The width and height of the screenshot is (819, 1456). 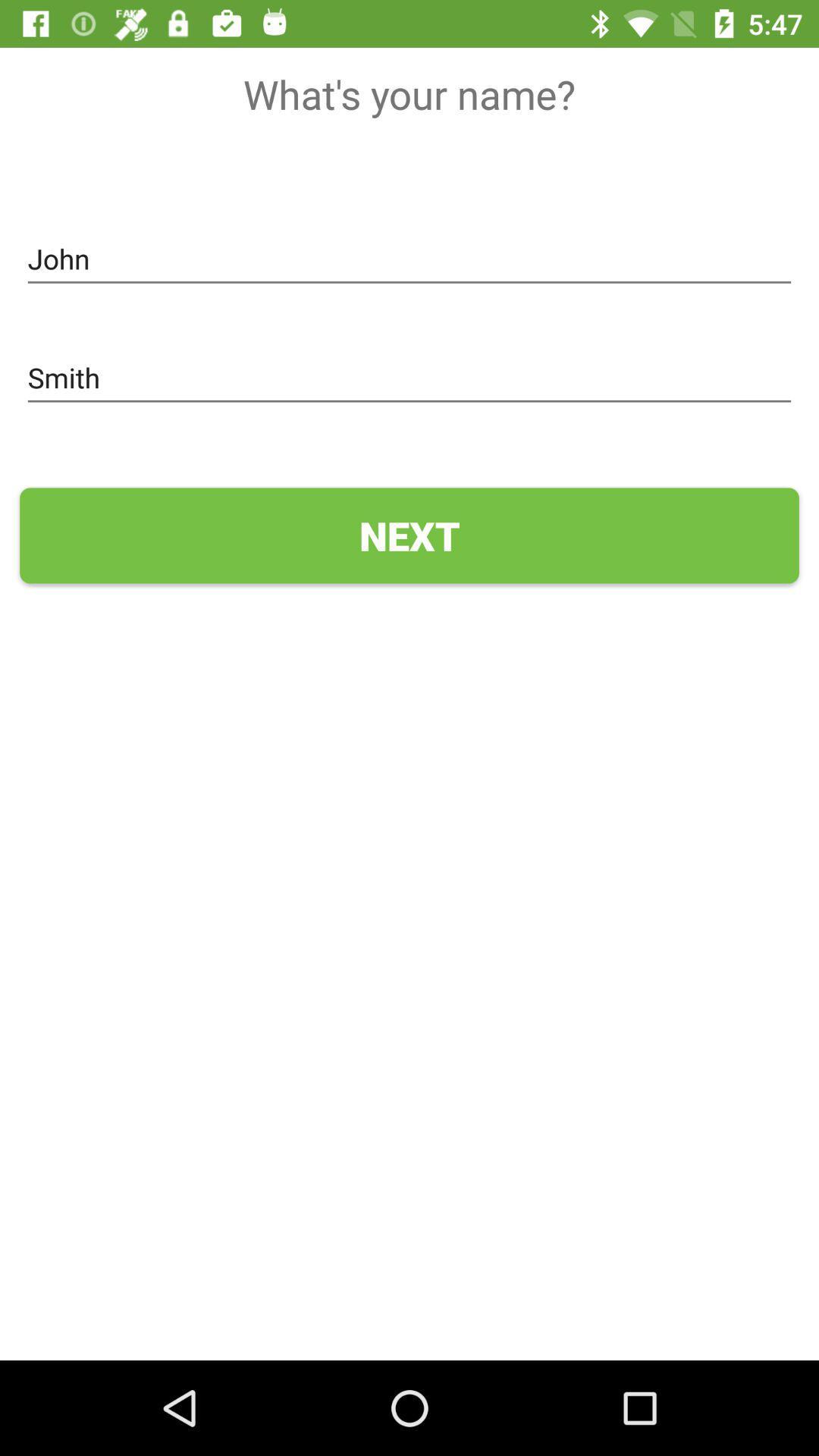 What do you see at coordinates (409, 378) in the screenshot?
I see `the item below the john icon` at bounding box center [409, 378].